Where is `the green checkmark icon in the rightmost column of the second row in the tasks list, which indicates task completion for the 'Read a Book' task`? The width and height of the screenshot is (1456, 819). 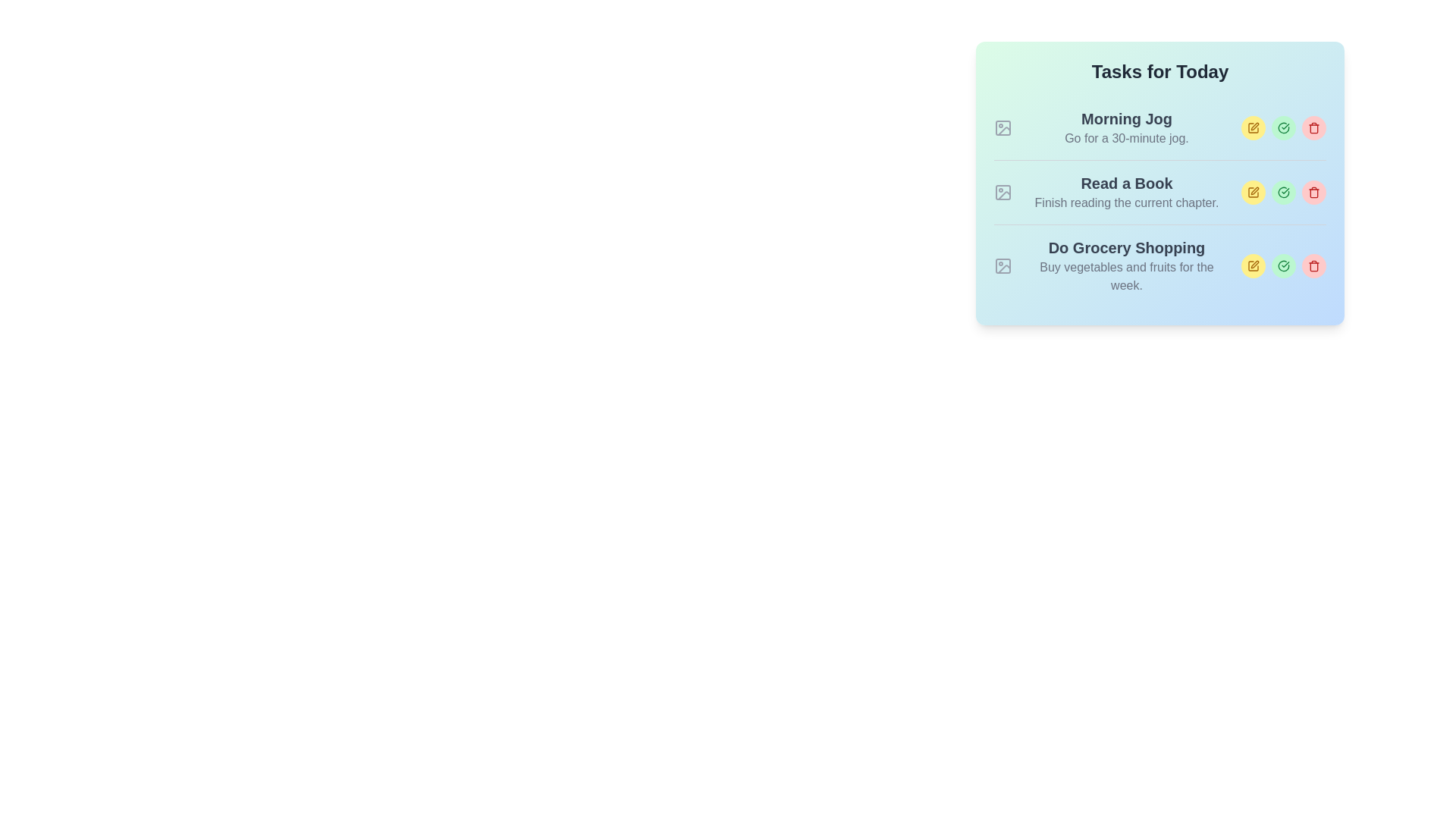 the green checkmark icon in the rightmost column of the second row in the tasks list, which indicates task completion for the 'Read a Book' task is located at coordinates (1283, 127).